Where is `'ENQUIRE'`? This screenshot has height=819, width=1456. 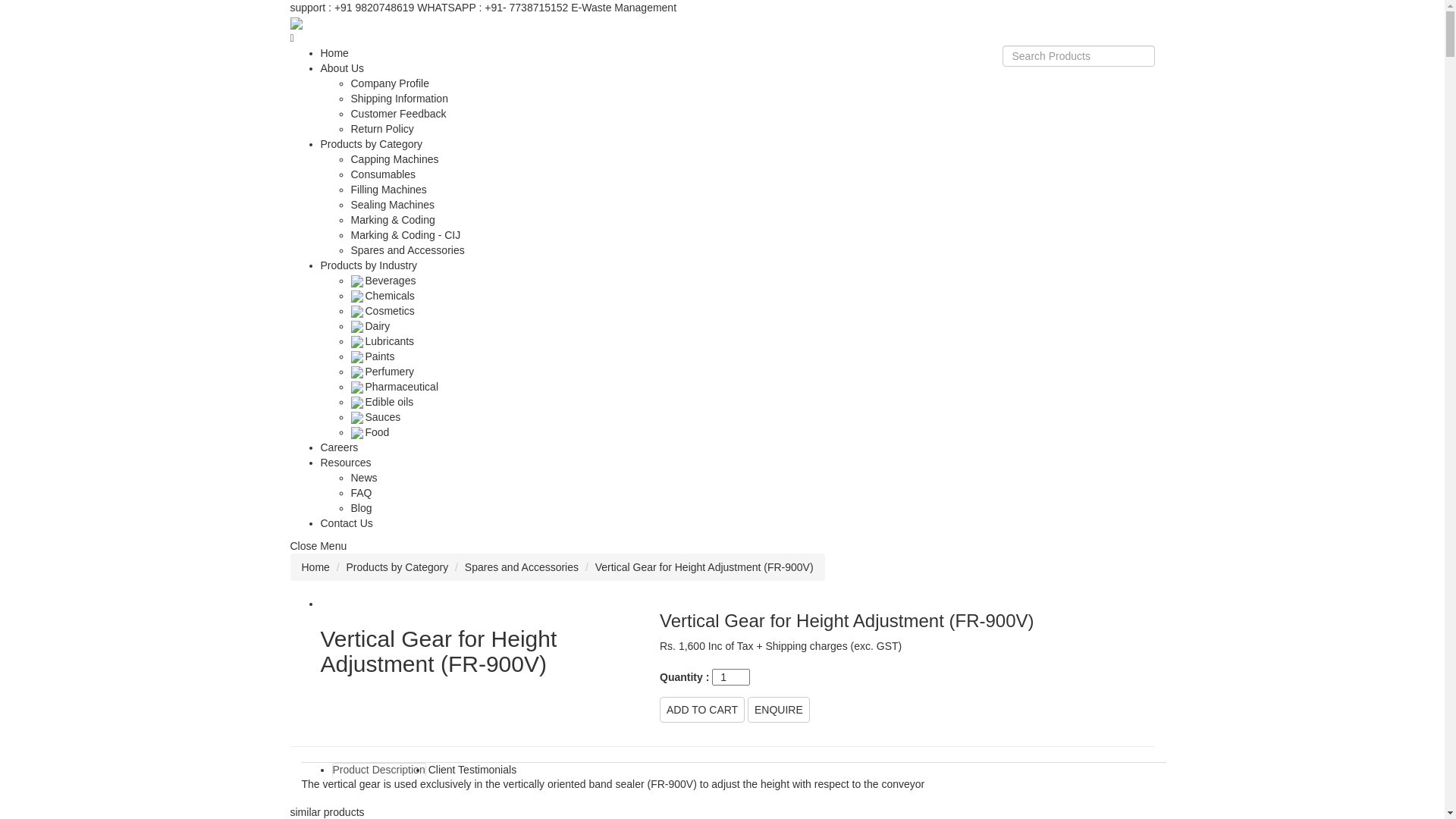 'ENQUIRE' is located at coordinates (779, 710).